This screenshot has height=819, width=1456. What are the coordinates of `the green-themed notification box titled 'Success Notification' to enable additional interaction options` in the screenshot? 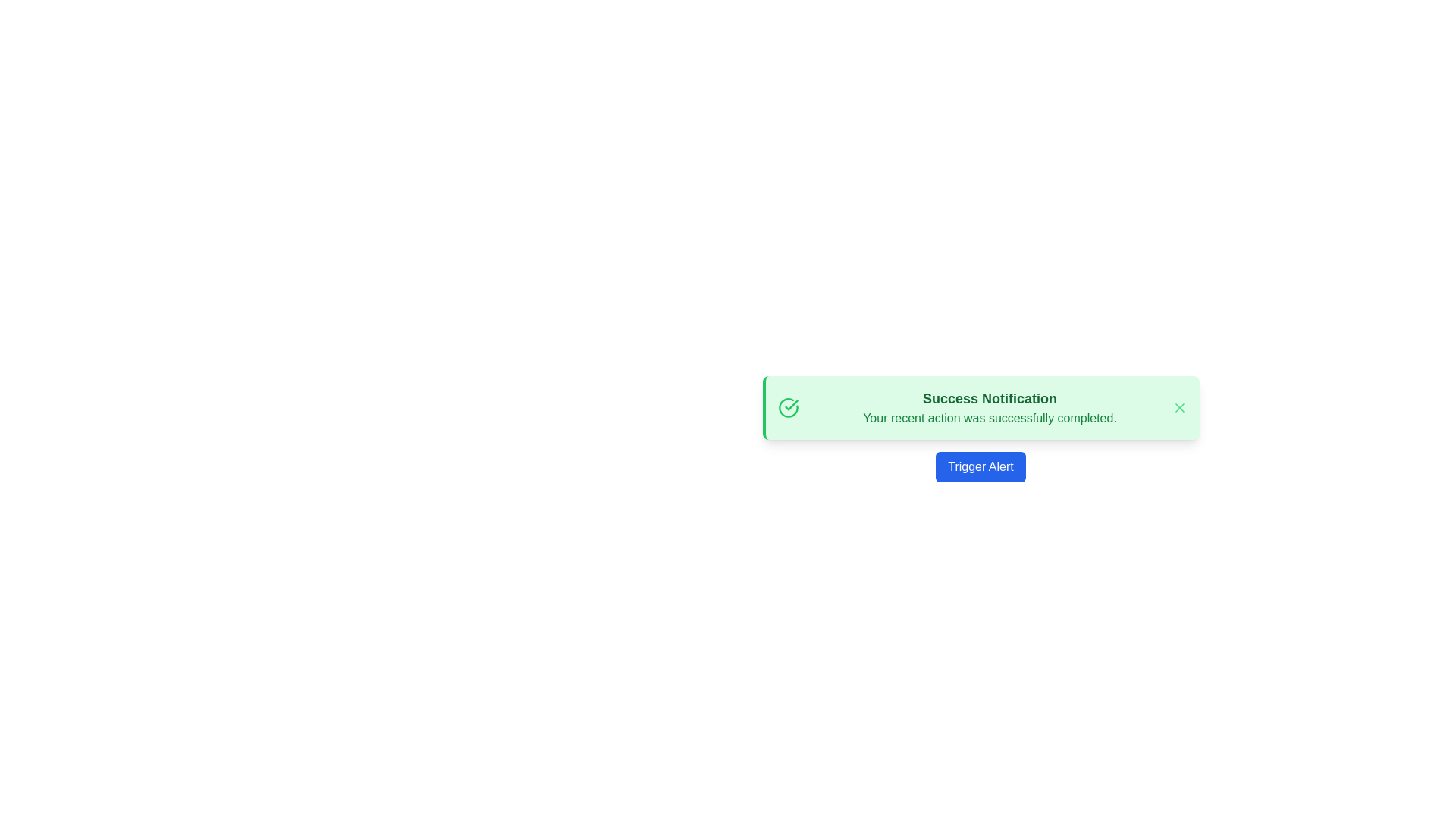 It's located at (981, 406).